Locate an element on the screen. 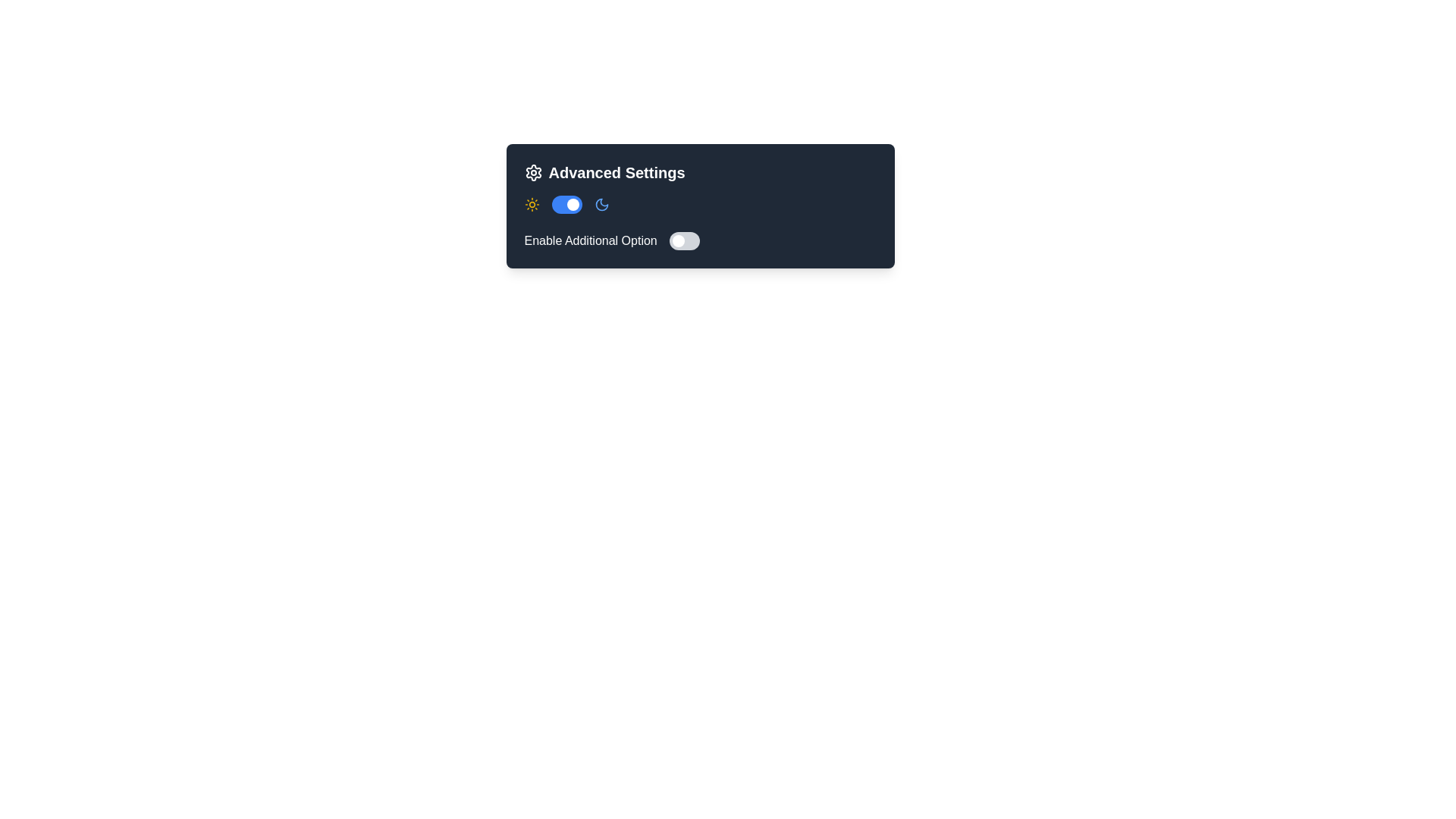 The height and width of the screenshot is (819, 1456). the sun icon in the settings panel, which represents light mode or daytime settings is located at coordinates (532, 205).